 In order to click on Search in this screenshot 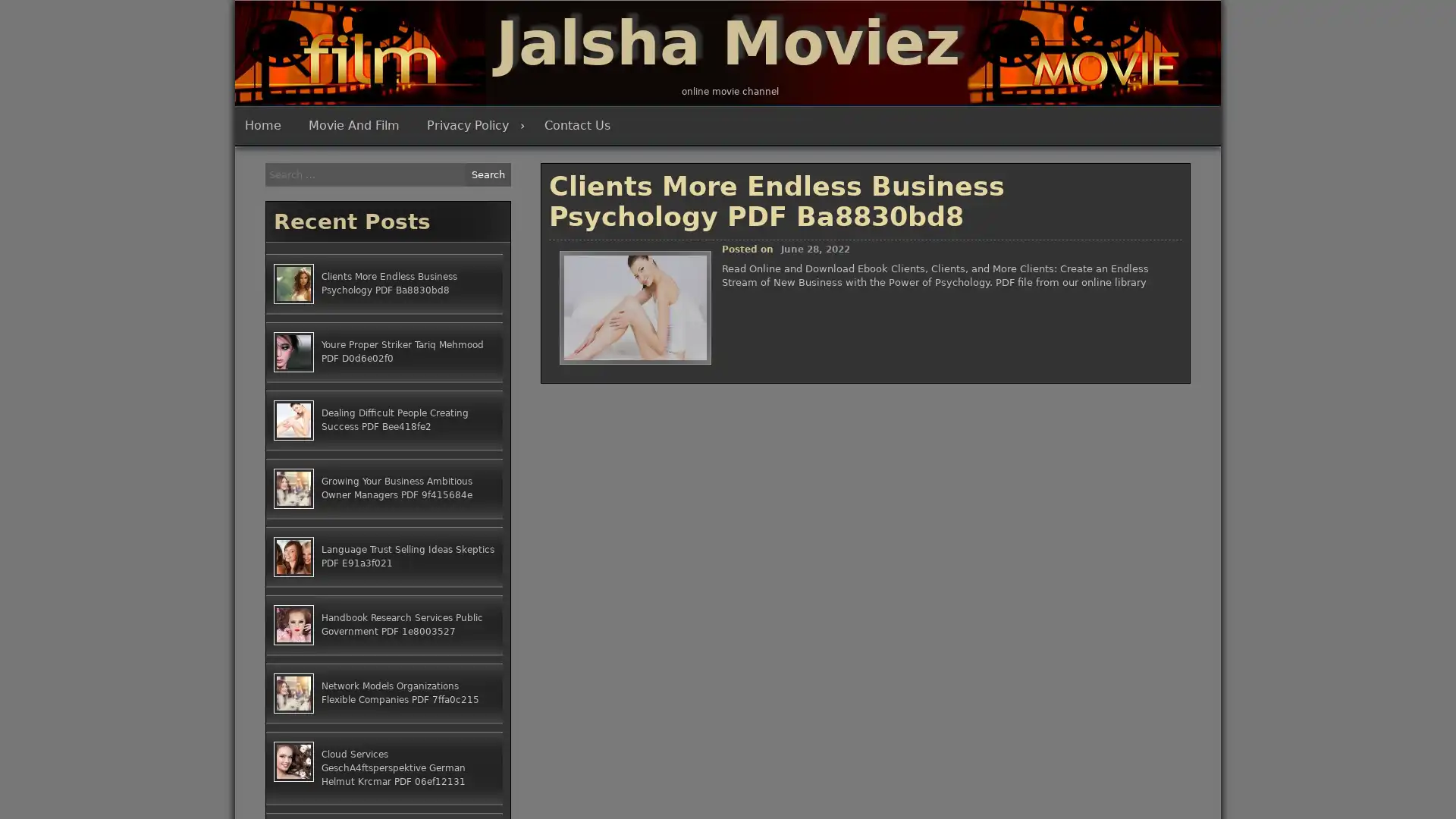, I will do `click(488, 174)`.